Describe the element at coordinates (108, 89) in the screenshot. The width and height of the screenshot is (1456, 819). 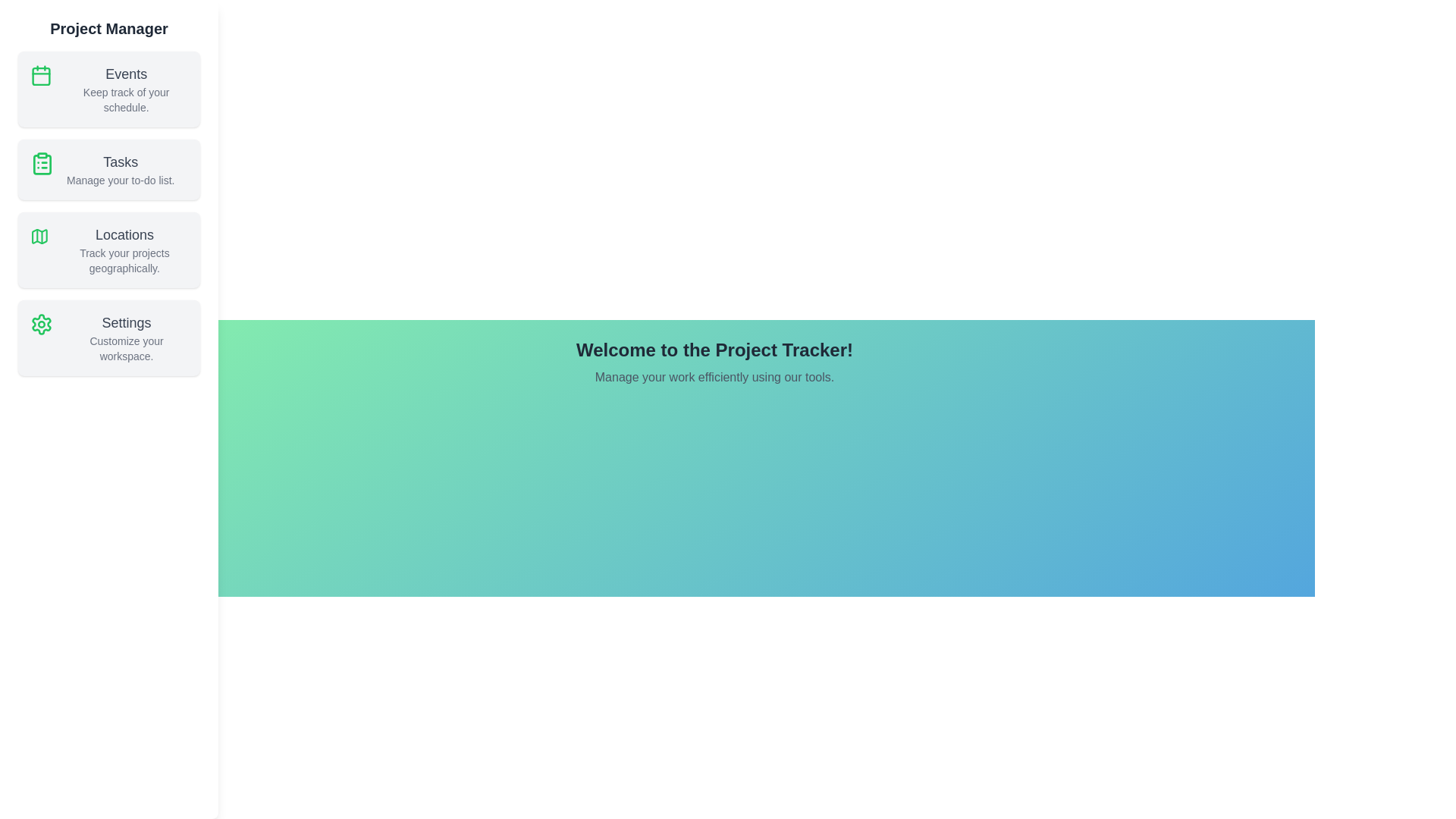
I see `the 'Events' section in the sidebar` at that location.